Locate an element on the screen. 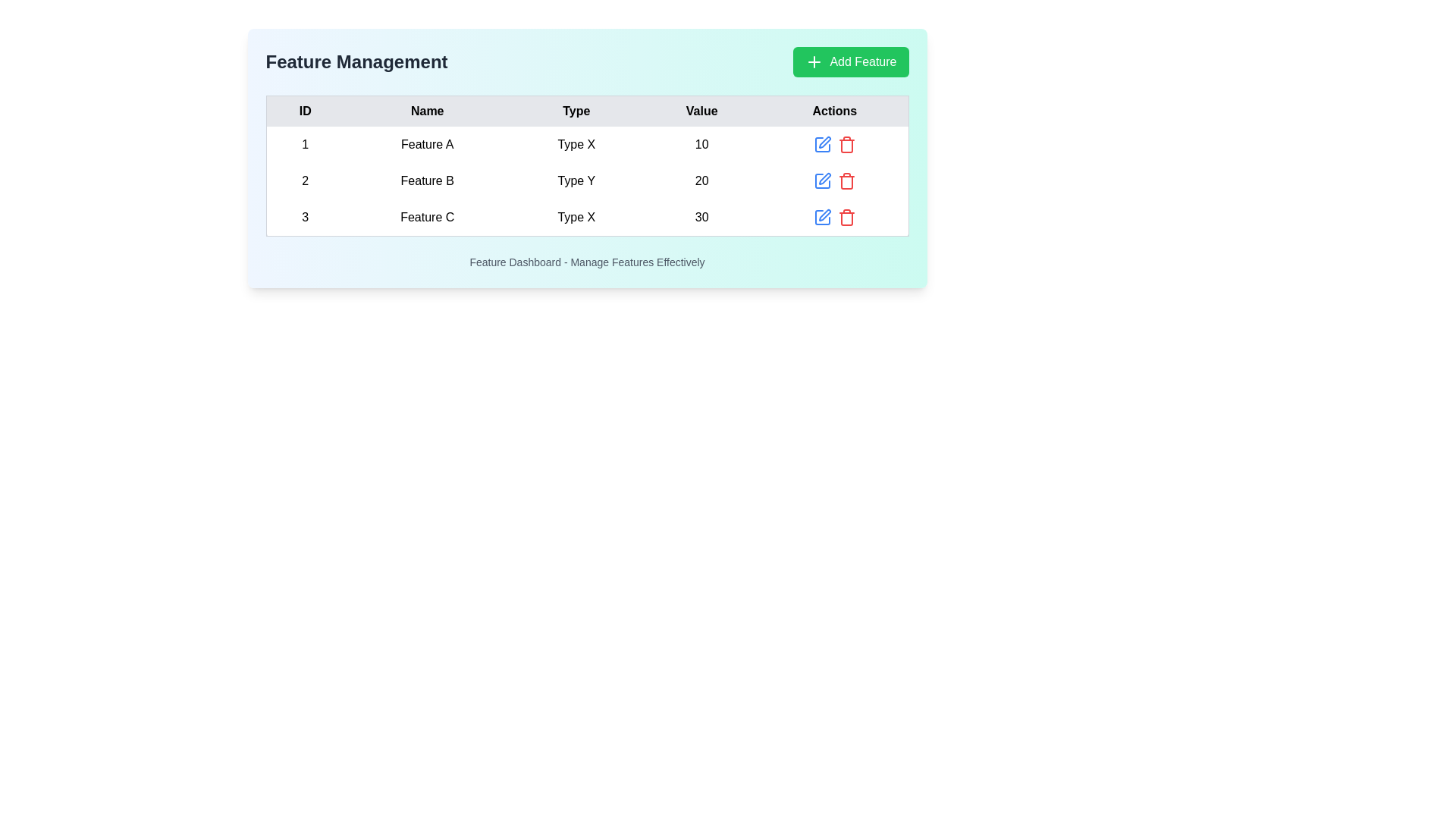  the tabular header cell labeled 'Name', which is the second header in the row, characterized by bold black text on a light gray background is located at coordinates (426, 110).